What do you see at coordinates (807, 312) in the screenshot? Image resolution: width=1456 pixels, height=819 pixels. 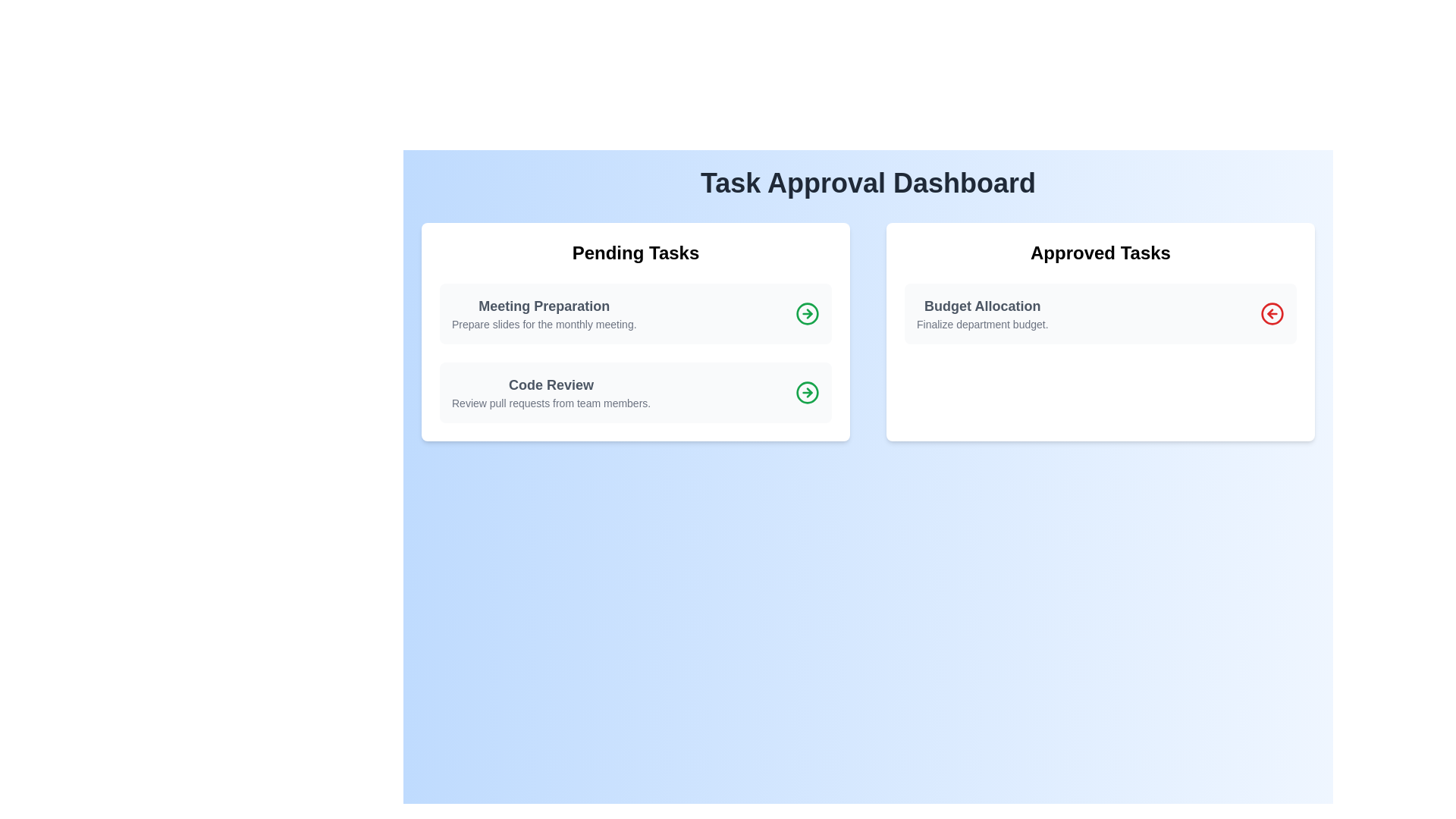 I see `the circular green button with a rightward-pointing arrow, located at the far right side of the 'Meeting Preparation' task in the 'Pending Tasks' section` at bounding box center [807, 312].